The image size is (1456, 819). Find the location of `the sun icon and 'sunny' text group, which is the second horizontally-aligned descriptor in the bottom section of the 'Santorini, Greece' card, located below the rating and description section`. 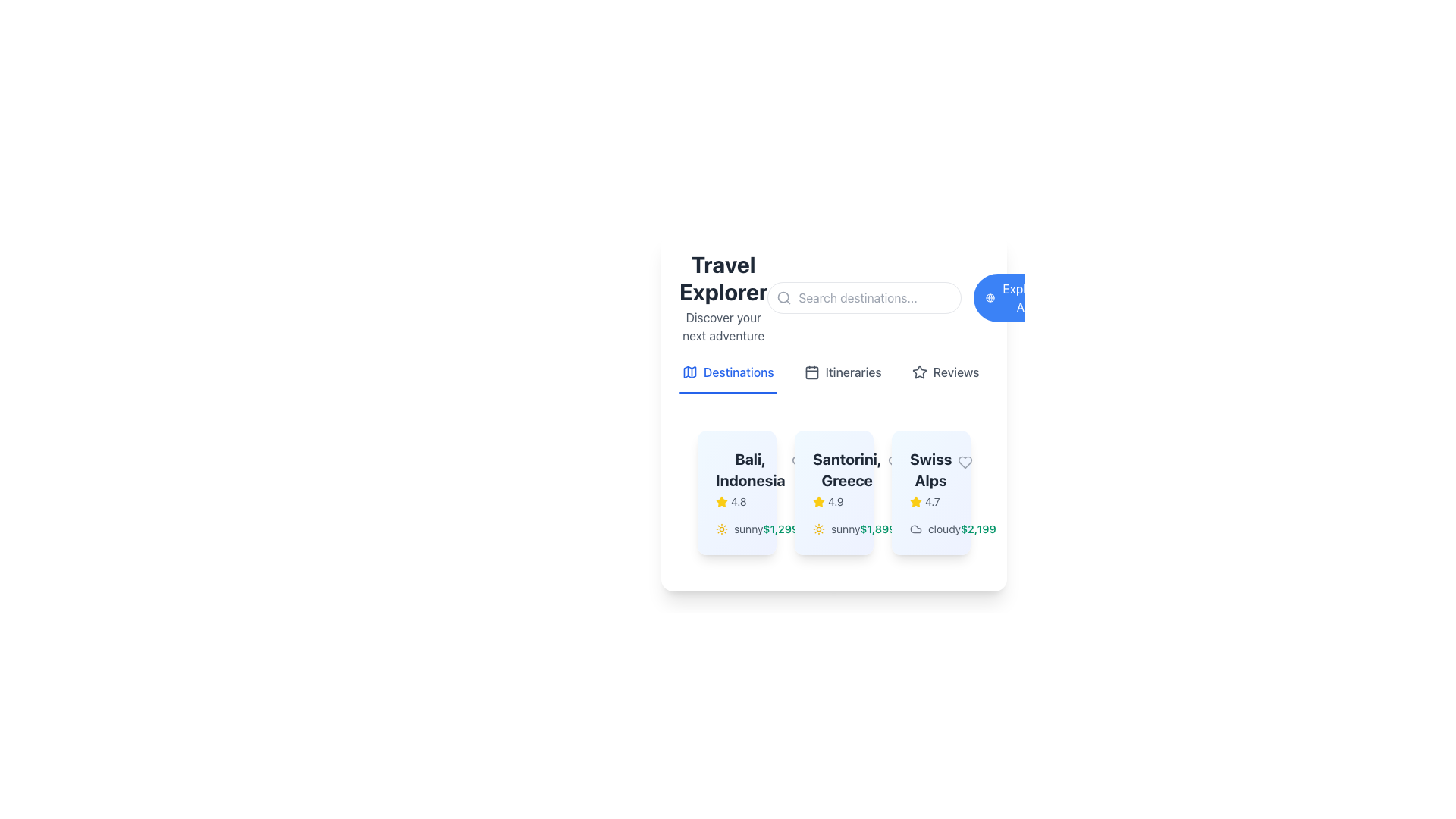

the sun icon and 'sunny' text group, which is the second horizontally-aligned descriptor in the bottom section of the 'Santorini, Greece' card, located below the rating and description section is located at coordinates (833, 529).